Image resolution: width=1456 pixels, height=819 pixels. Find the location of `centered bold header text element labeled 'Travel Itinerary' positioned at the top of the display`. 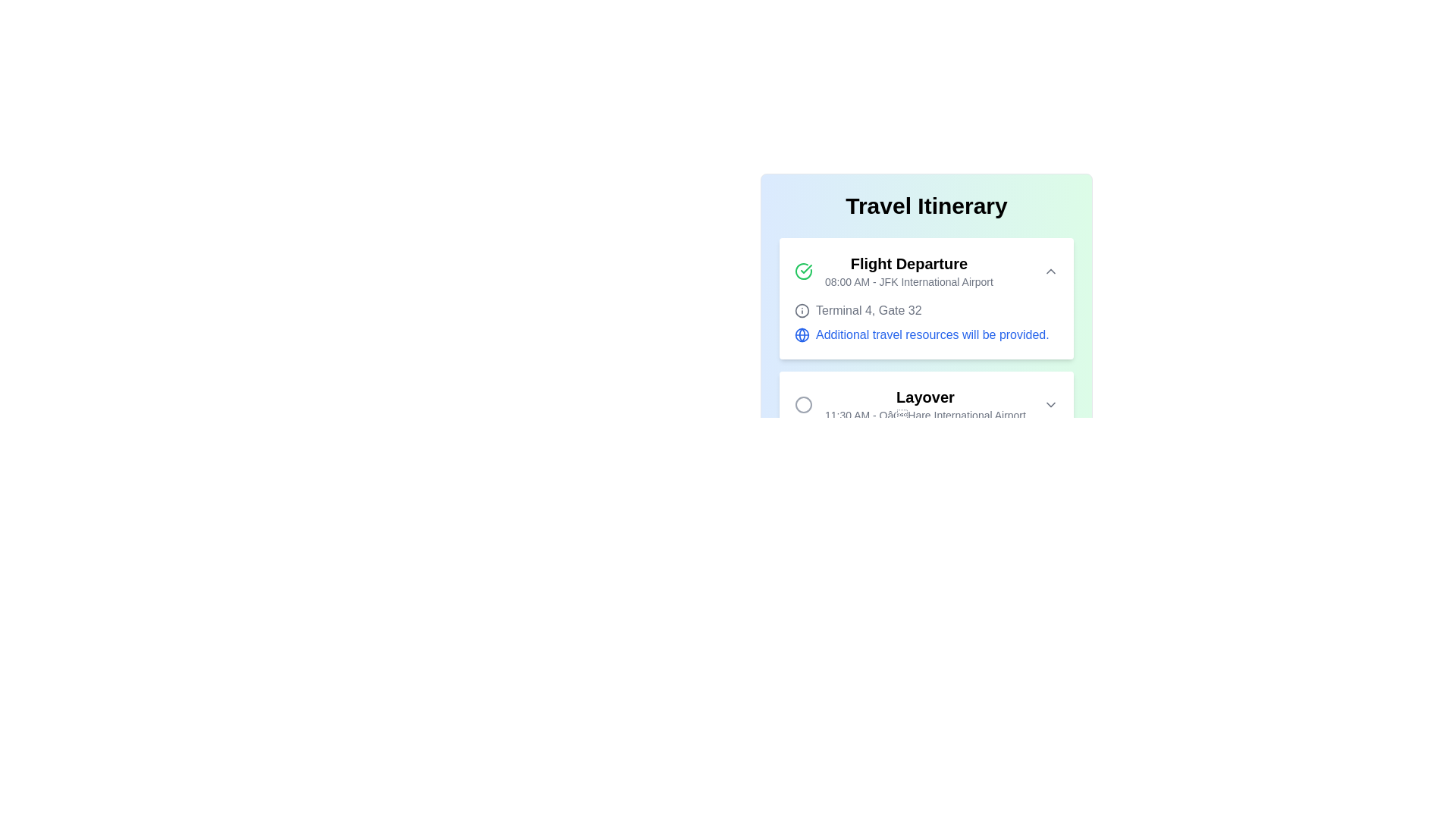

centered bold header text element labeled 'Travel Itinerary' positioned at the top of the display is located at coordinates (926, 206).